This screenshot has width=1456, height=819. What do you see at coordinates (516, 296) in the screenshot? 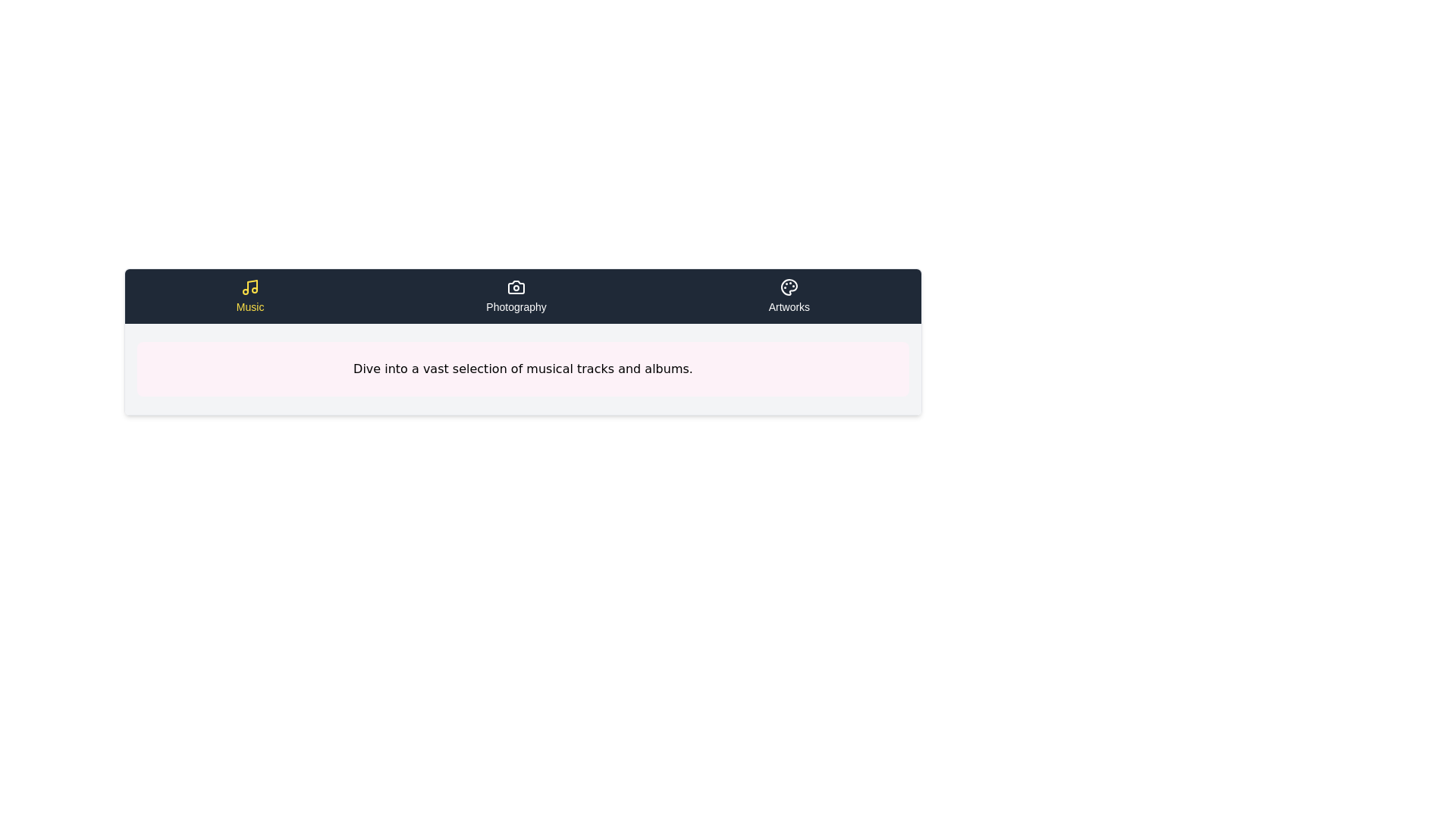
I see `the tab labeled Photography` at bounding box center [516, 296].